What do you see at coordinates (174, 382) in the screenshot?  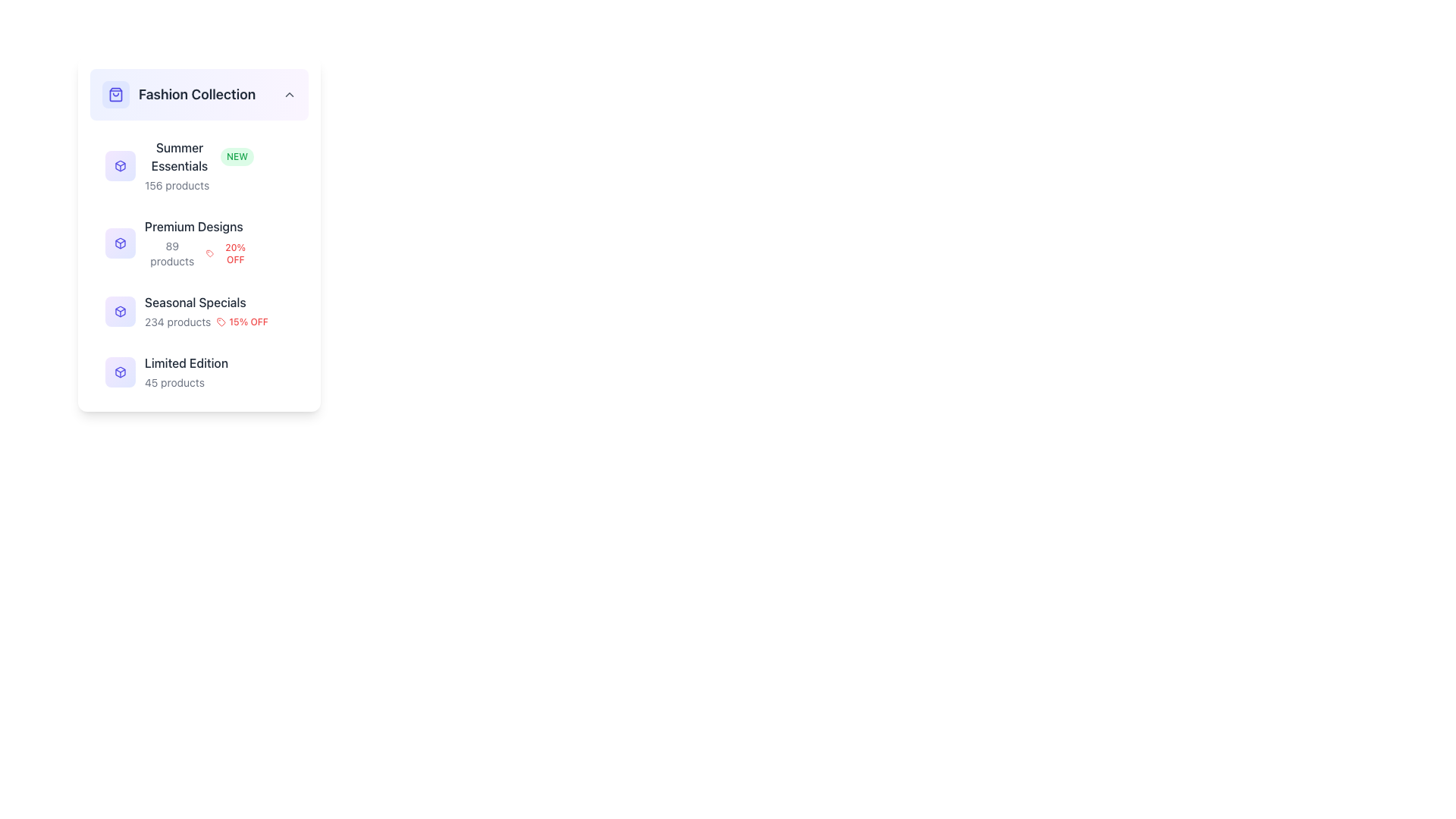 I see `numerical description of the number of products available in the 'Limited Edition' category, located towards the bottom of the 'Fashion Collection' list` at bounding box center [174, 382].